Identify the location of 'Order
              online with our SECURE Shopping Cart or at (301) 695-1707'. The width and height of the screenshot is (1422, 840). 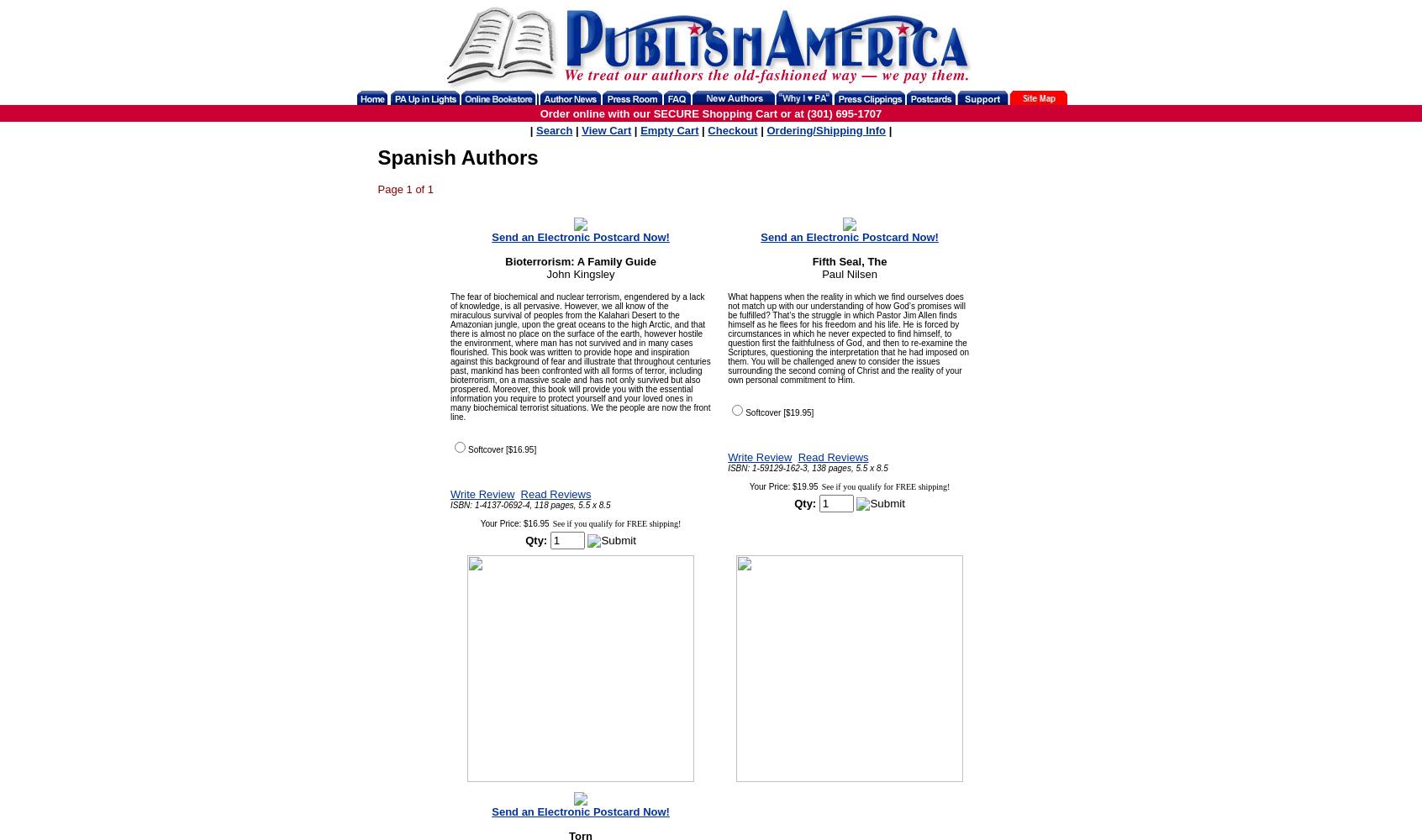
(710, 113).